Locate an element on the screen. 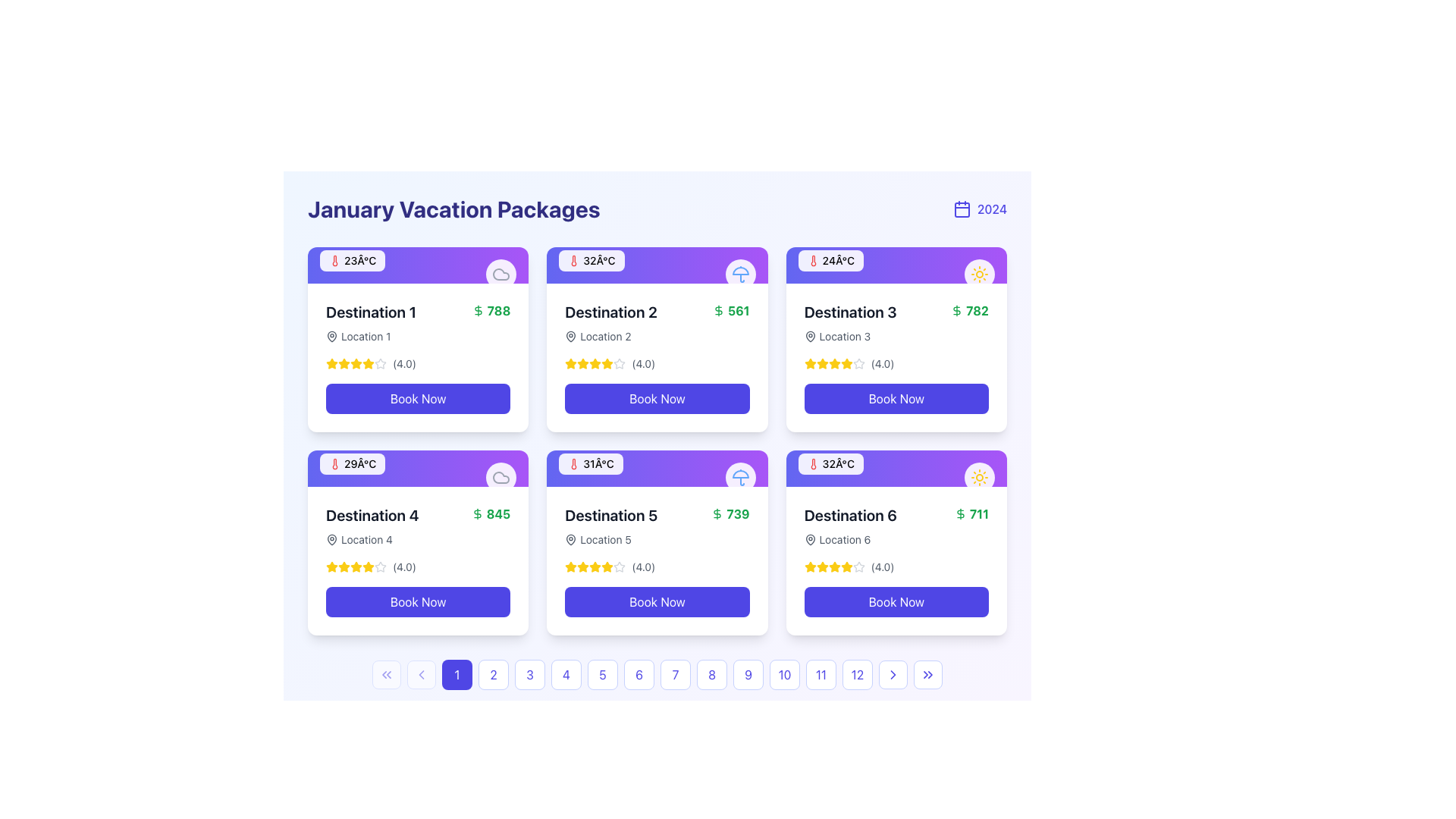 The width and height of the screenshot is (1456, 819). the weather icon located at the top-right corner of the second card in the second row of the grid layout is located at coordinates (740, 476).